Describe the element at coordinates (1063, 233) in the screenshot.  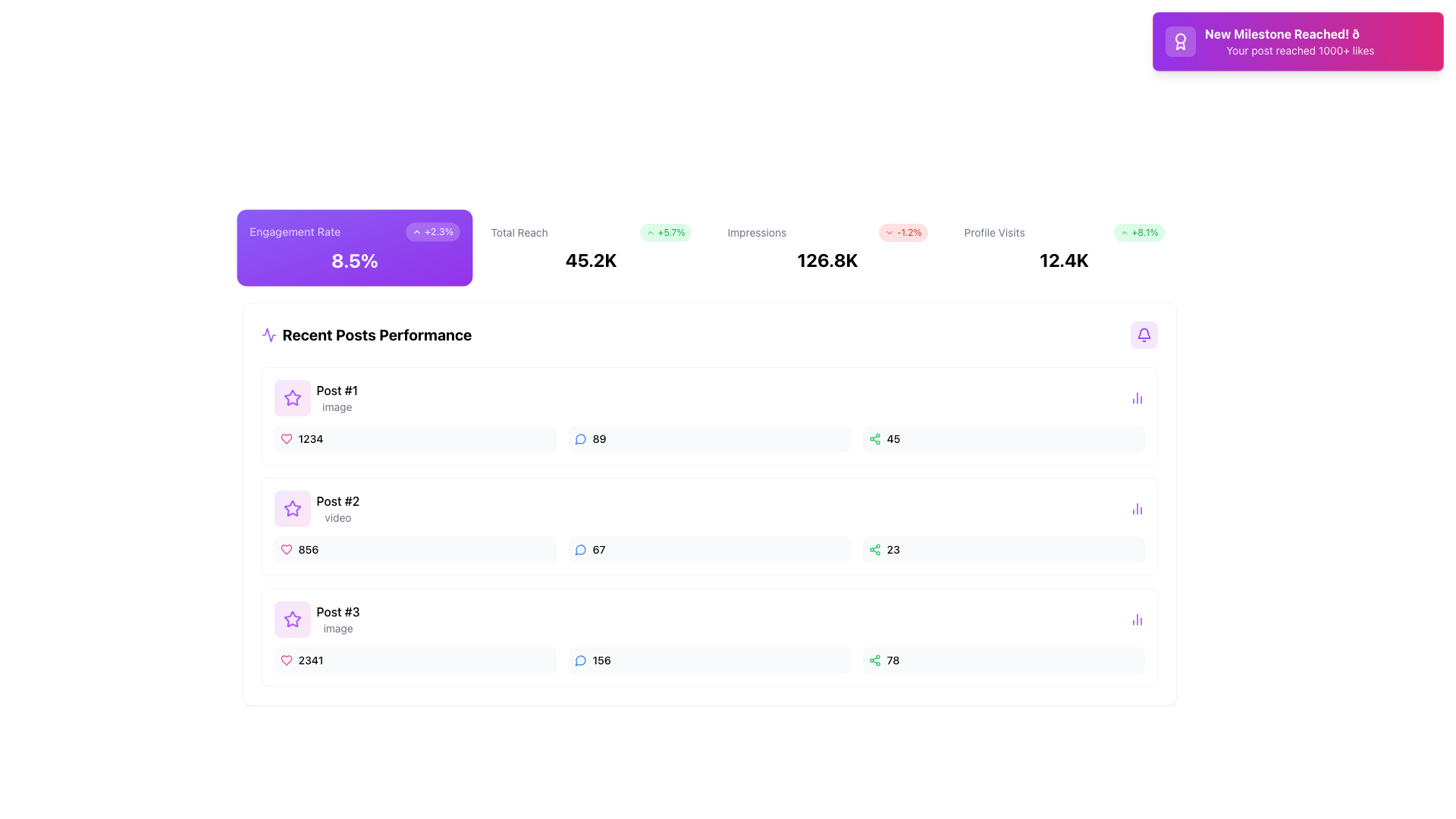
I see `the statistical indicator showing profile visits with percentage change, located to the right of the 'Profile Visits' panel, next to its green badge` at that location.